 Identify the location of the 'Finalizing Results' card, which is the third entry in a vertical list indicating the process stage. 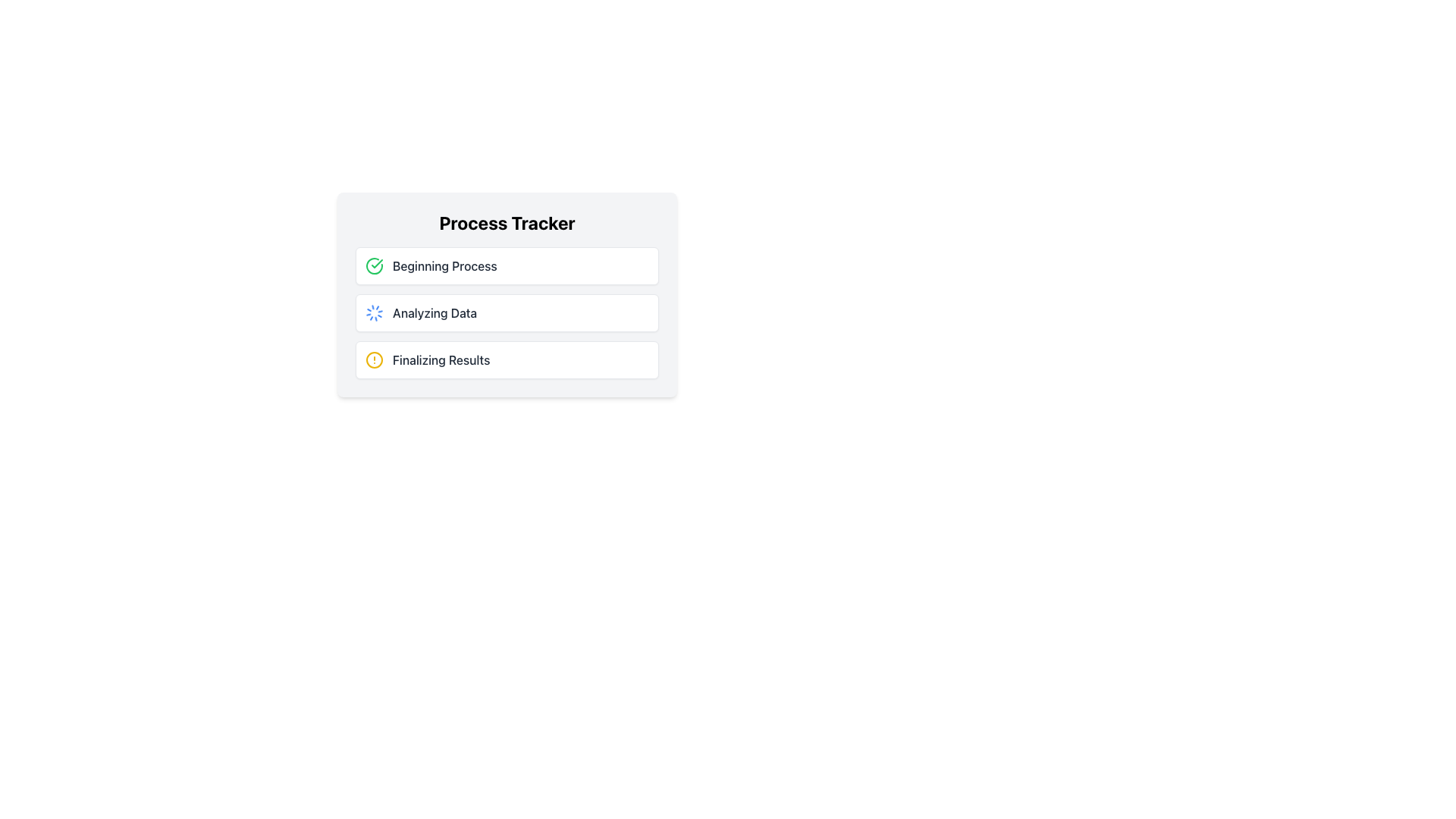
(507, 359).